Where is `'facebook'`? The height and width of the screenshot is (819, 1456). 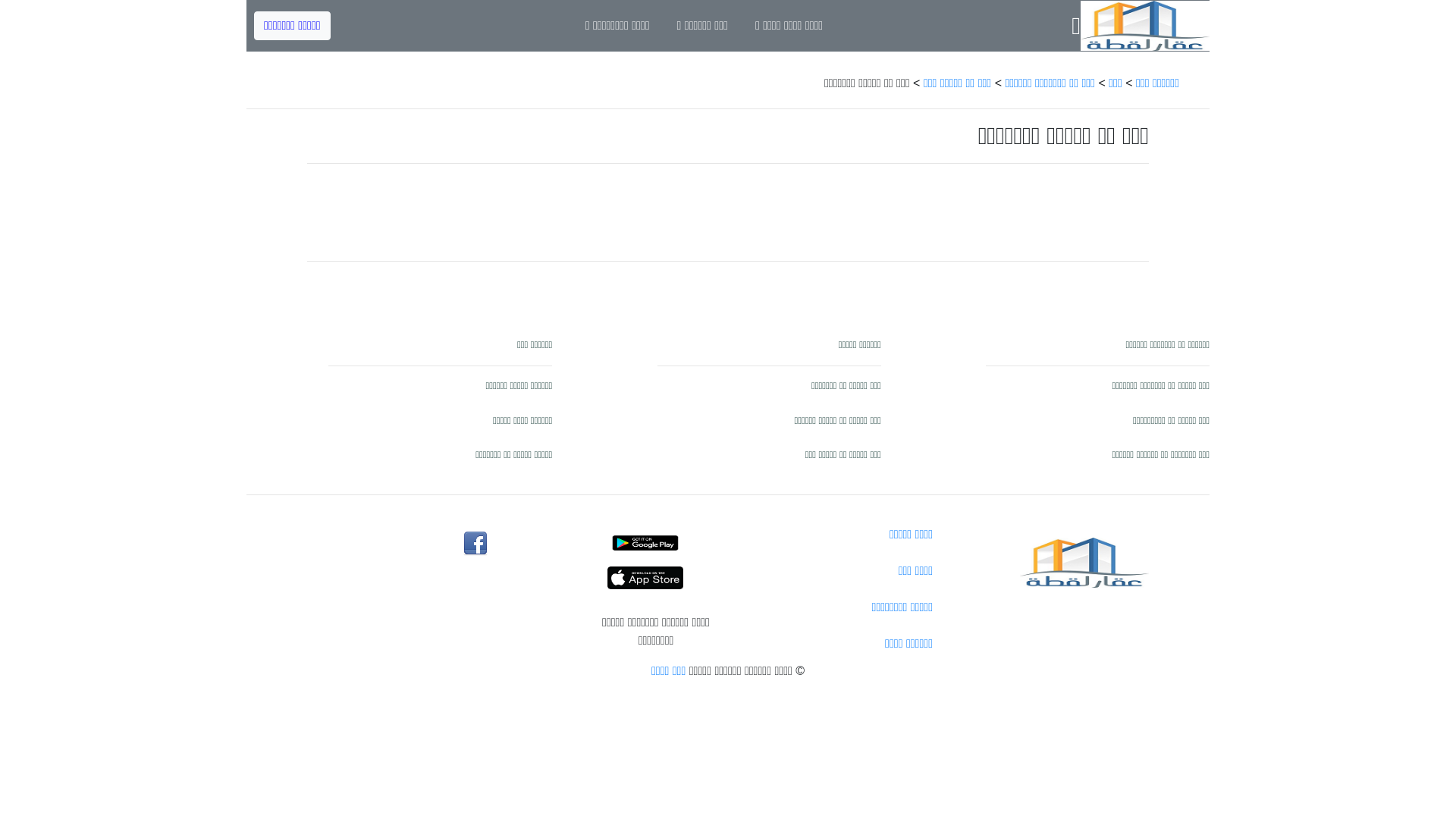 'facebook' is located at coordinates (475, 543).